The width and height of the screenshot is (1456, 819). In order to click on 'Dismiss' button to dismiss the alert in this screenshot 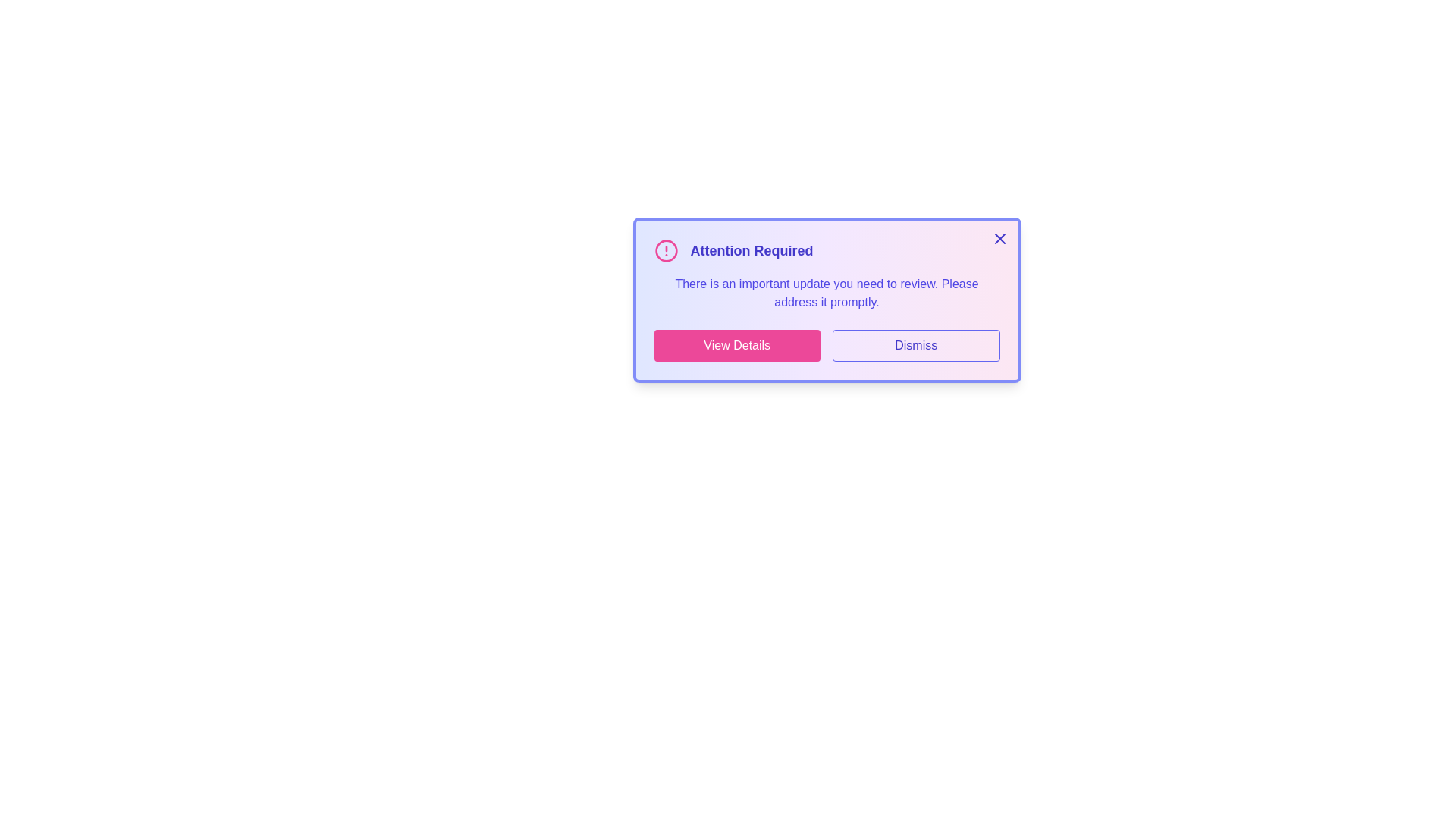, I will do `click(915, 345)`.